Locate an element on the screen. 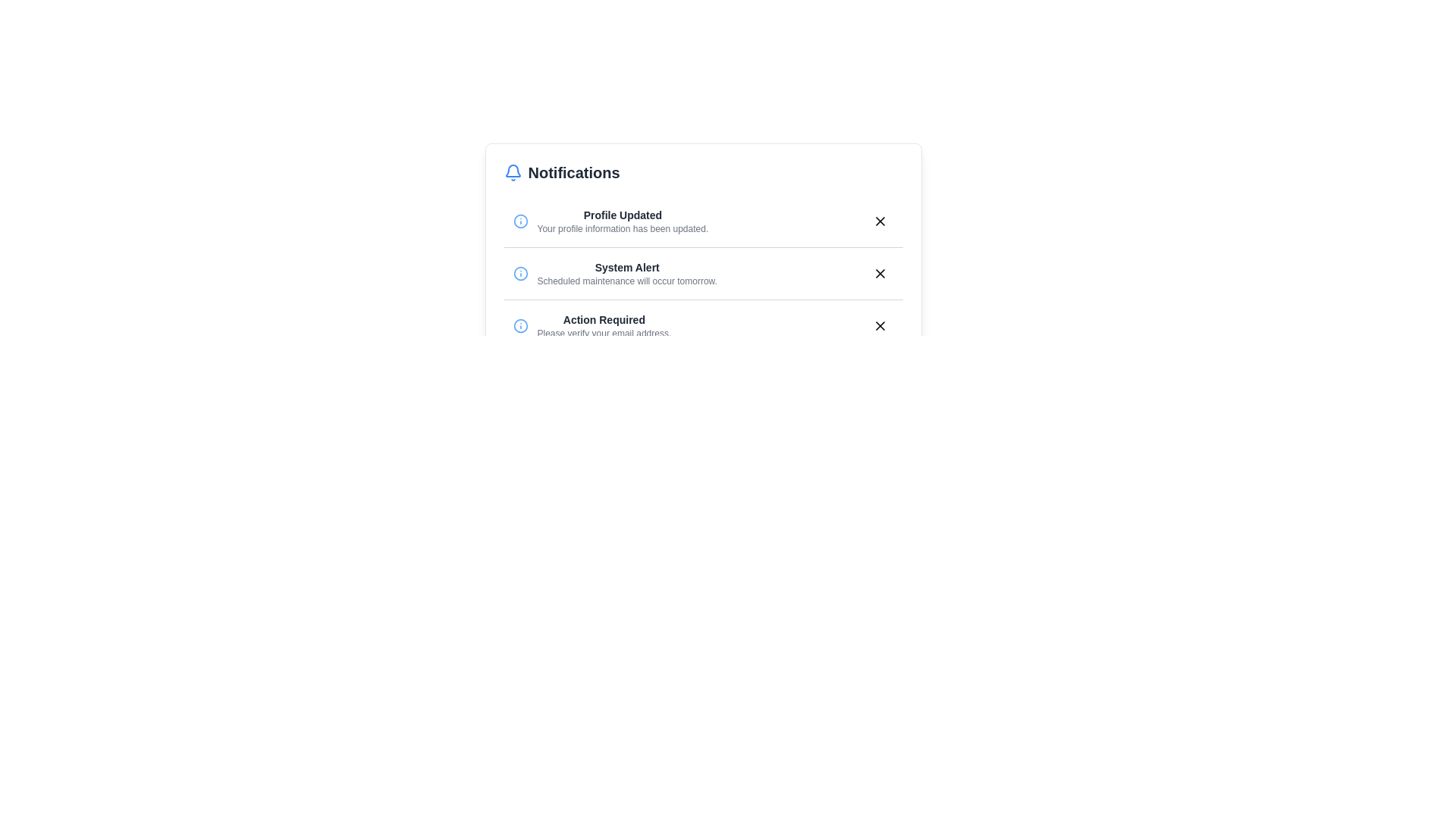 The width and height of the screenshot is (1456, 819). the Text Label that provides additional information about a system notification, located directly below the 'System Alert' title in the notification card is located at coordinates (627, 281).